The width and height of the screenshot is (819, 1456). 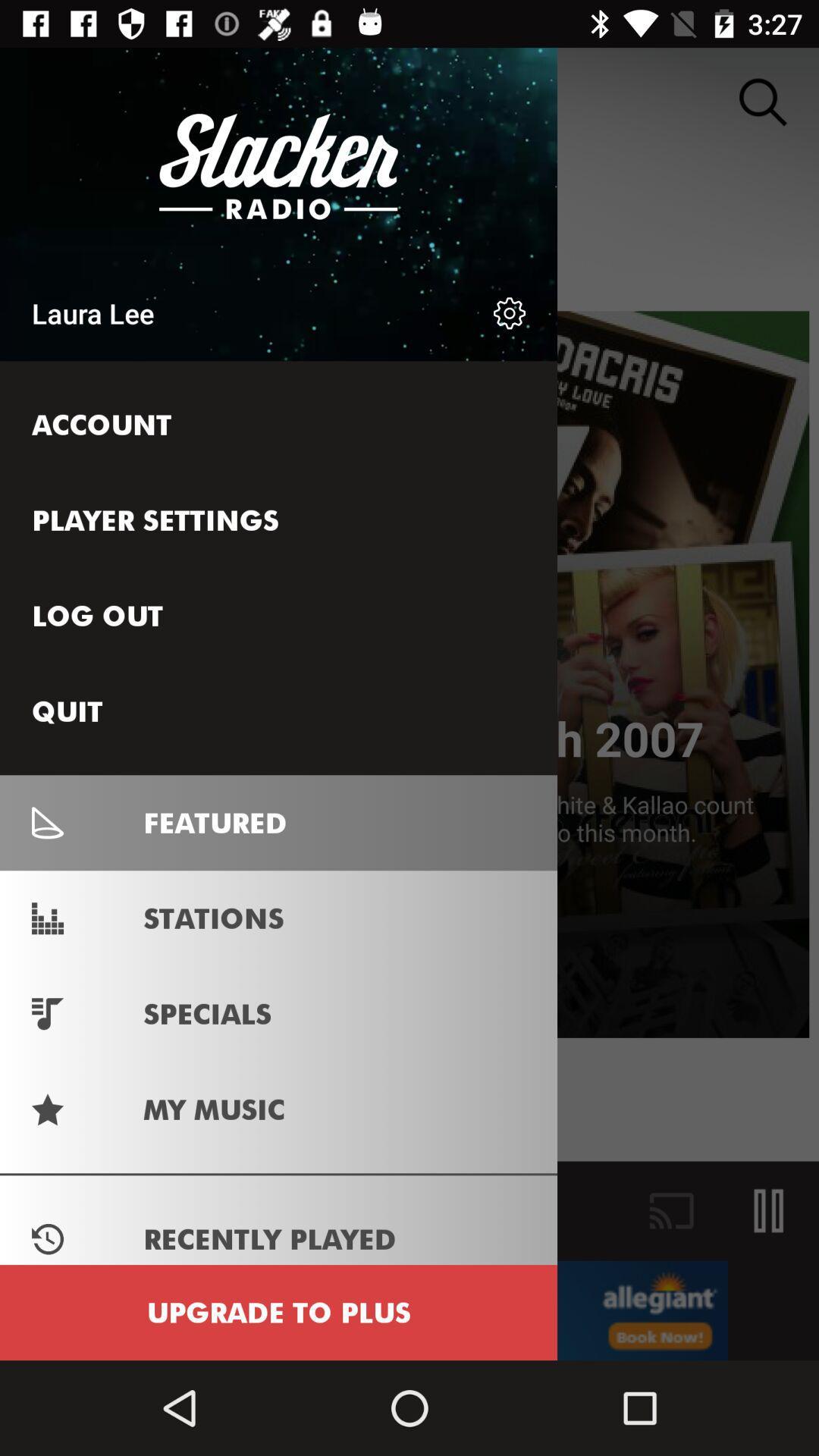 I want to click on the pause icon, so click(x=769, y=1210).